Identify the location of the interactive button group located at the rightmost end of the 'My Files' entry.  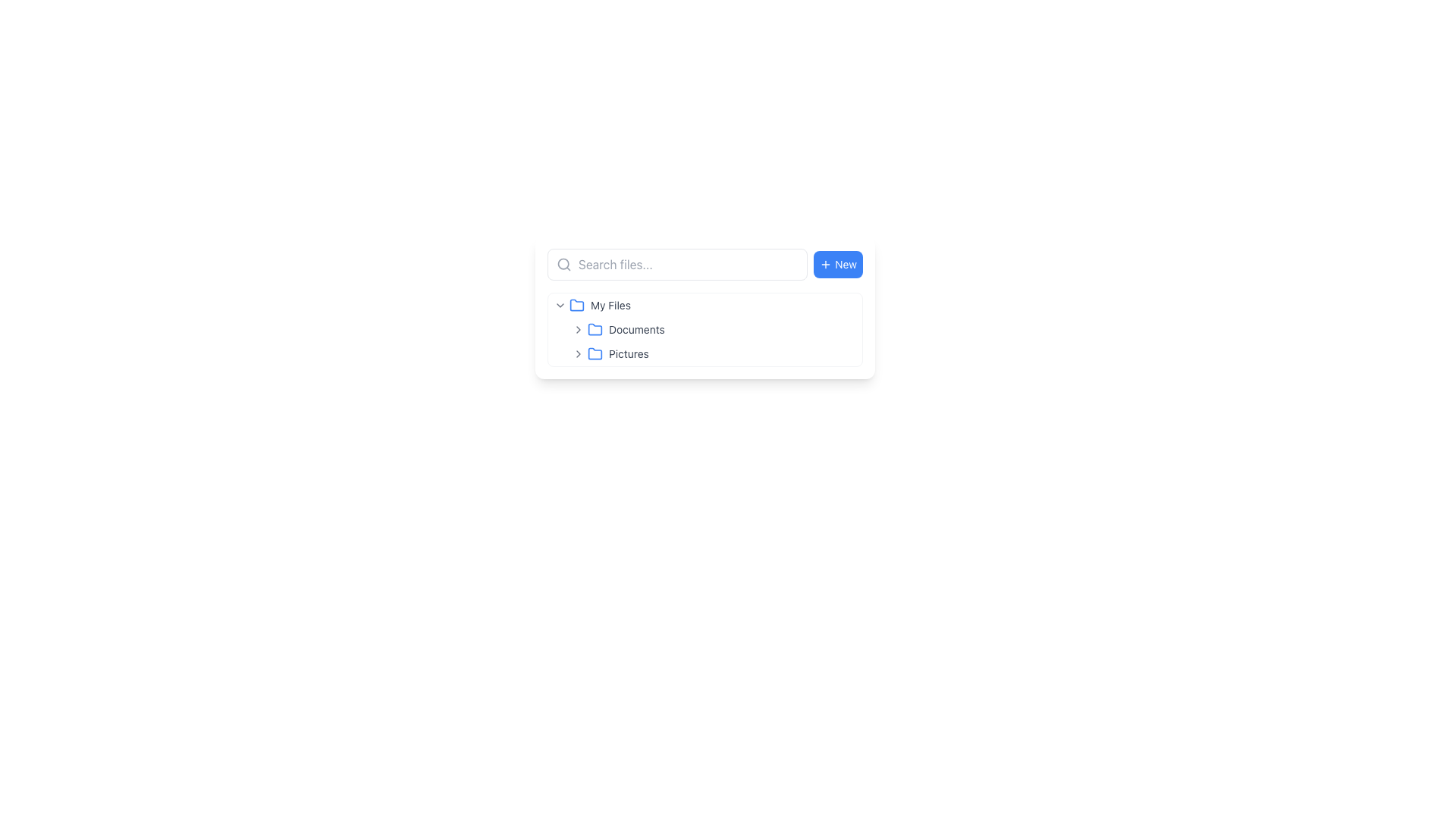
(839, 305).